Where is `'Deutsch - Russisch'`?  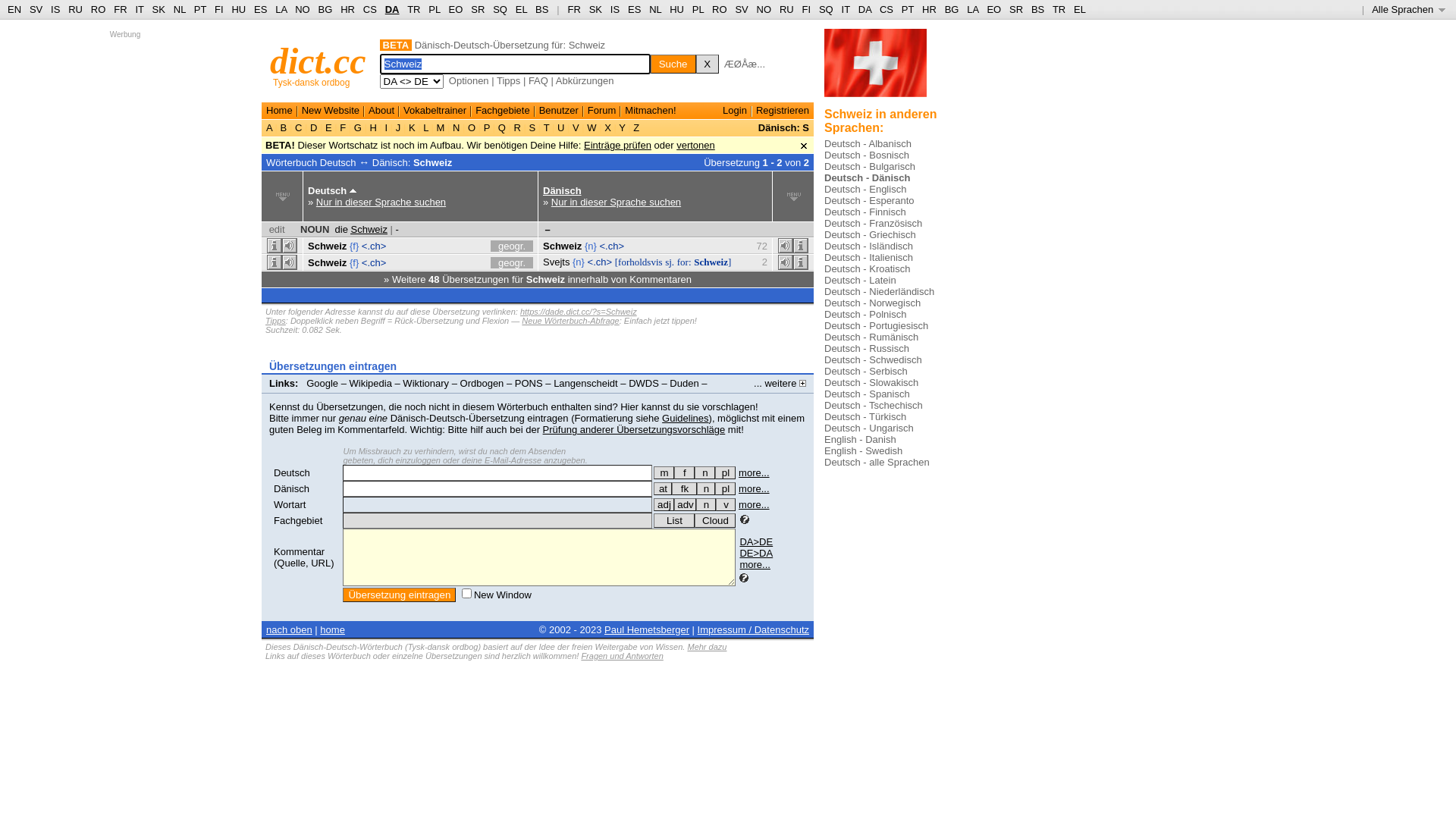 'Deutsch - Russisch' is located at coordinates (866, 348).